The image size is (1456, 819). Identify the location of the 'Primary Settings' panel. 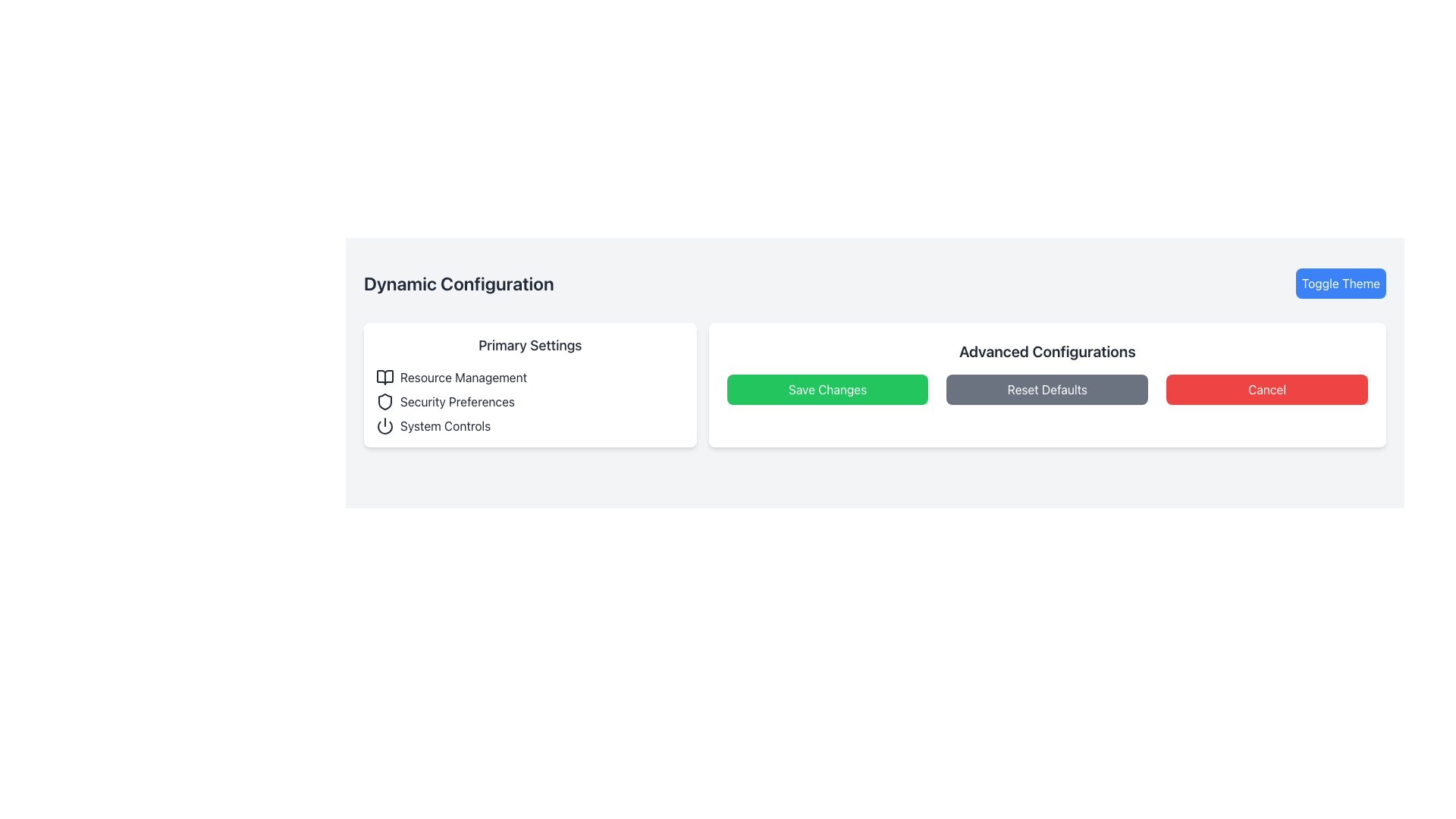
(530, 384).